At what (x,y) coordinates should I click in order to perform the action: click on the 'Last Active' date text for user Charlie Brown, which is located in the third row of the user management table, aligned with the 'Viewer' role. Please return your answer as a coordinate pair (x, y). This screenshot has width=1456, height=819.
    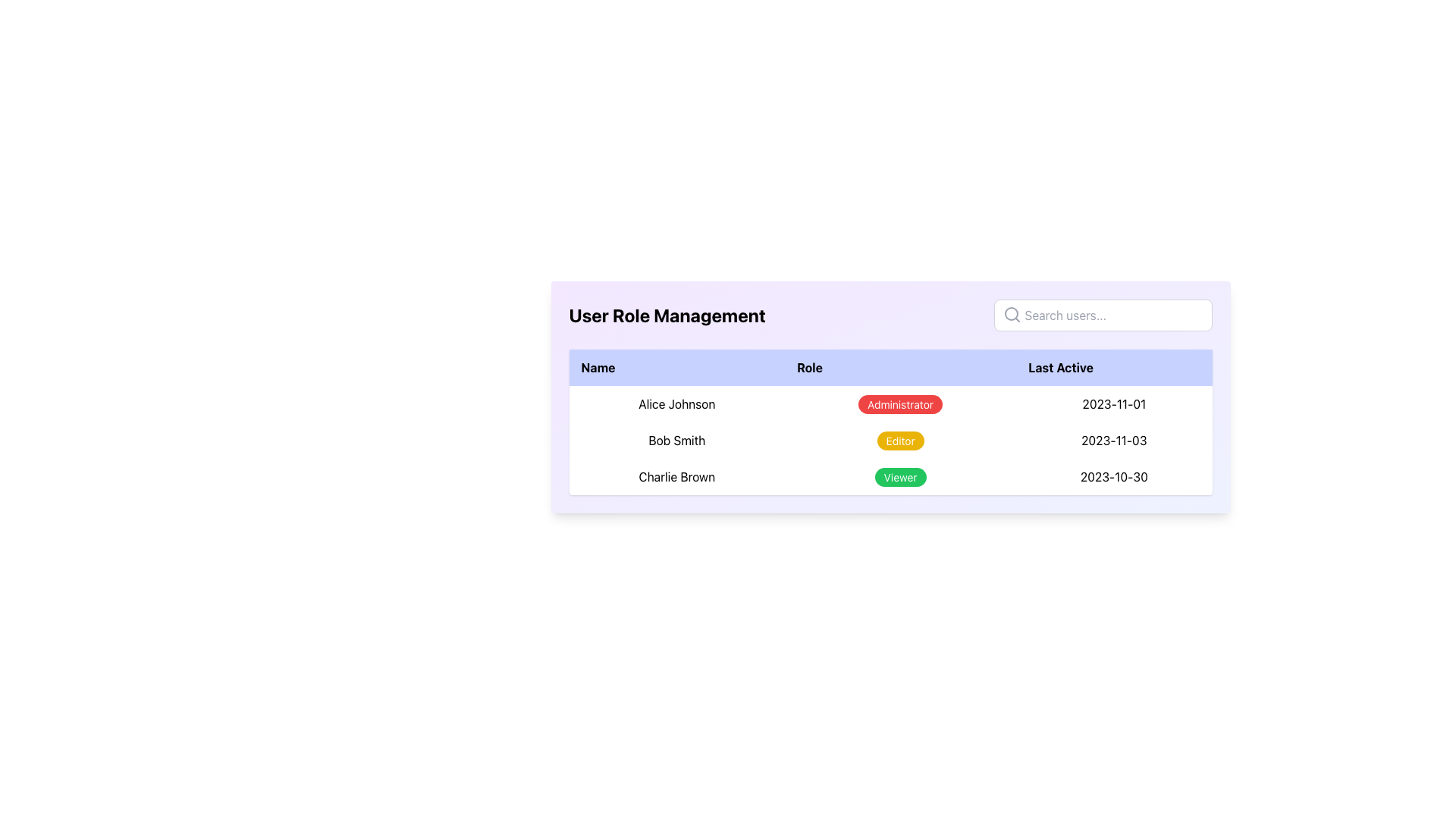
    Looking at the image, I should click on (1114, 475).